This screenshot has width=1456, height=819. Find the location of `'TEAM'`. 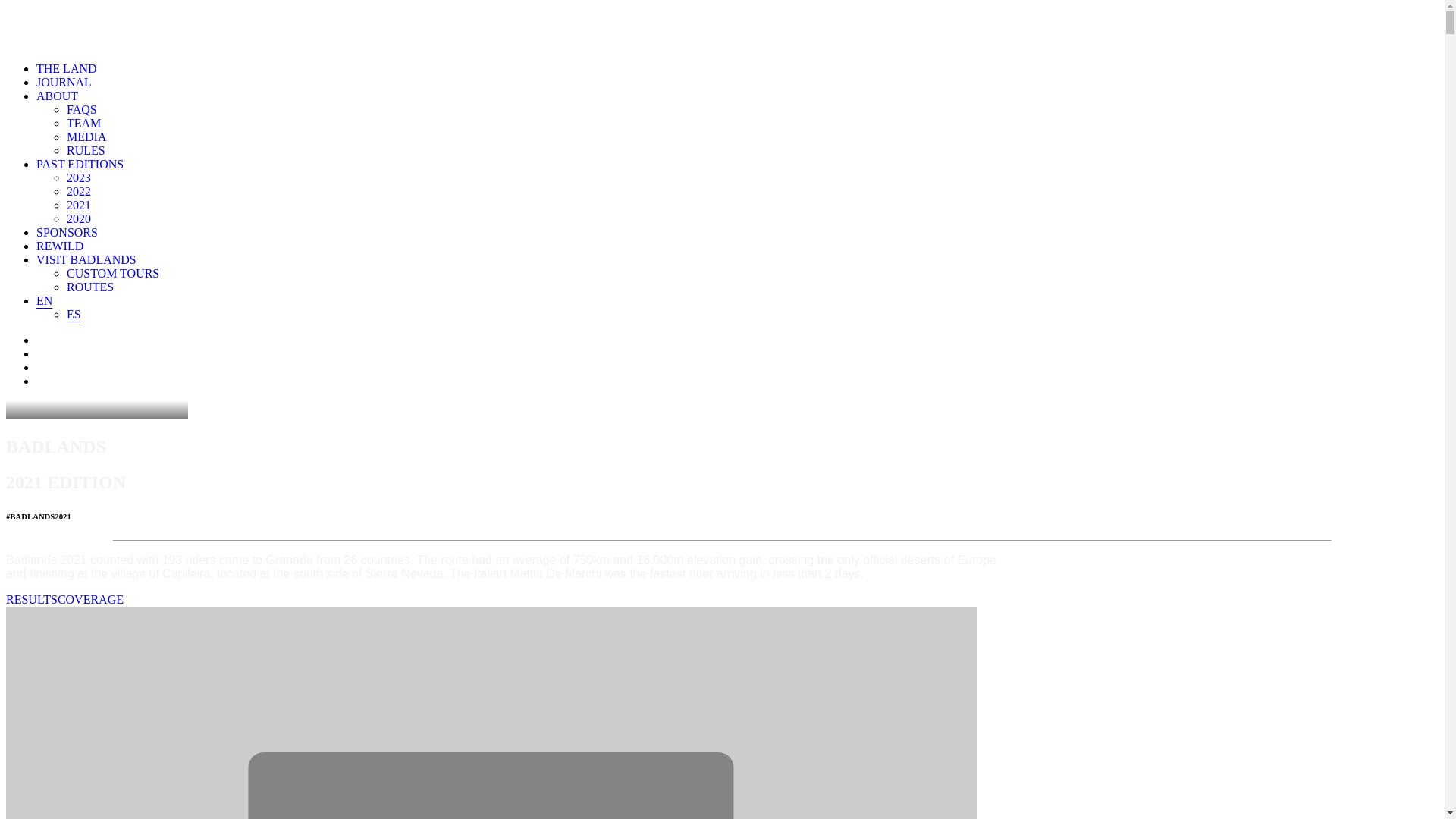

'TEAM' is located at coordinates (65, 122).